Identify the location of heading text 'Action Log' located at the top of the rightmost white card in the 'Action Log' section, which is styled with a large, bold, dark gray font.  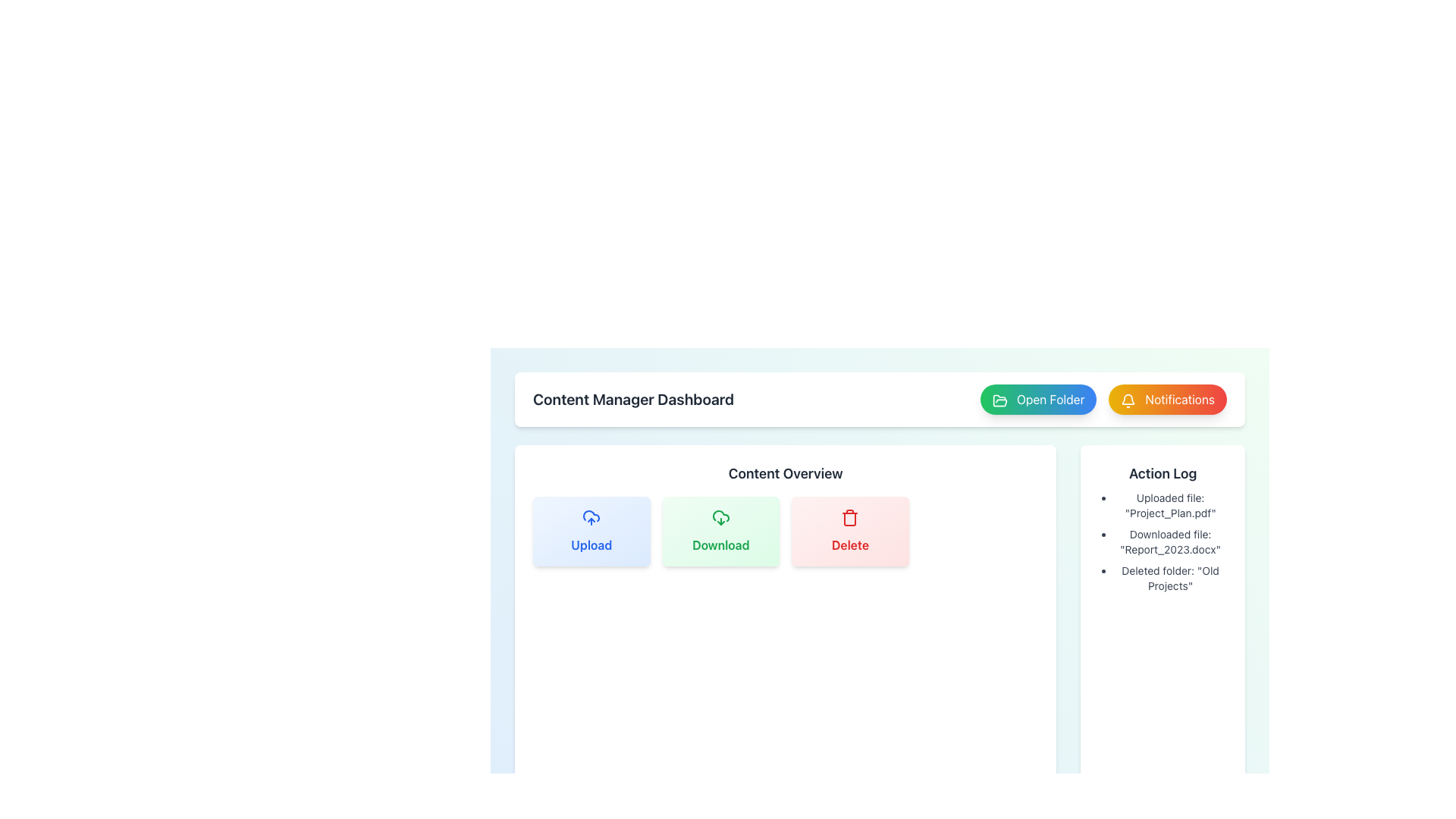
(1162, 472).